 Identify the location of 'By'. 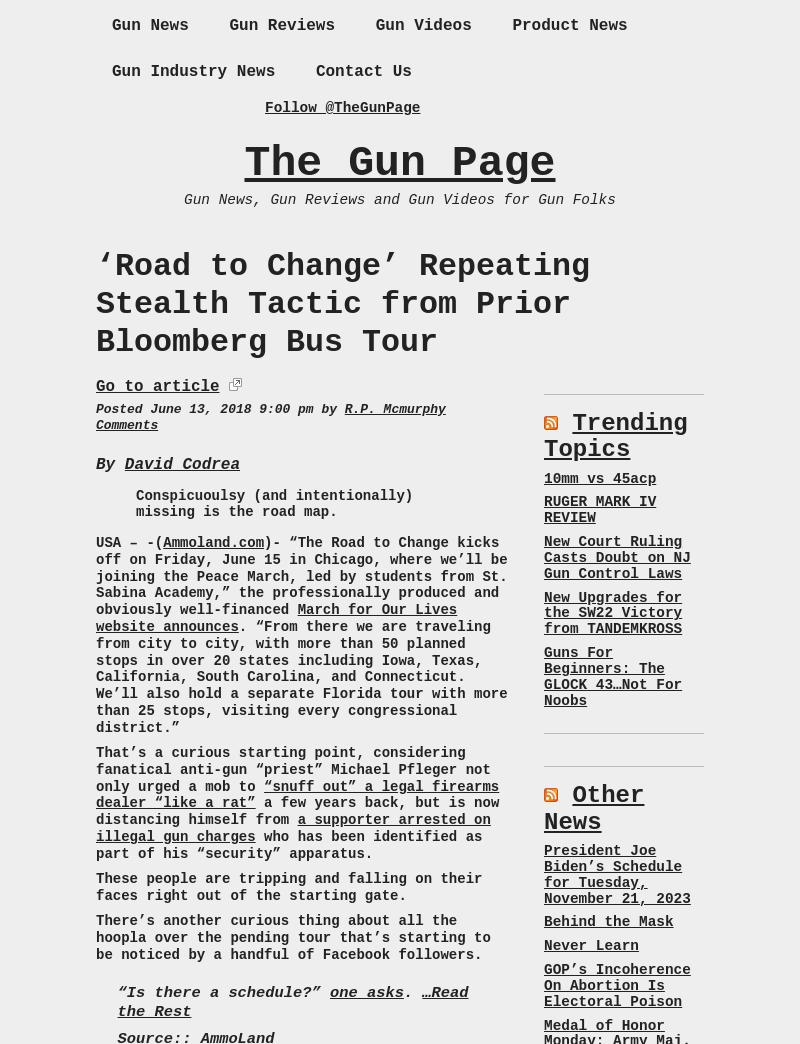
(109, 463).